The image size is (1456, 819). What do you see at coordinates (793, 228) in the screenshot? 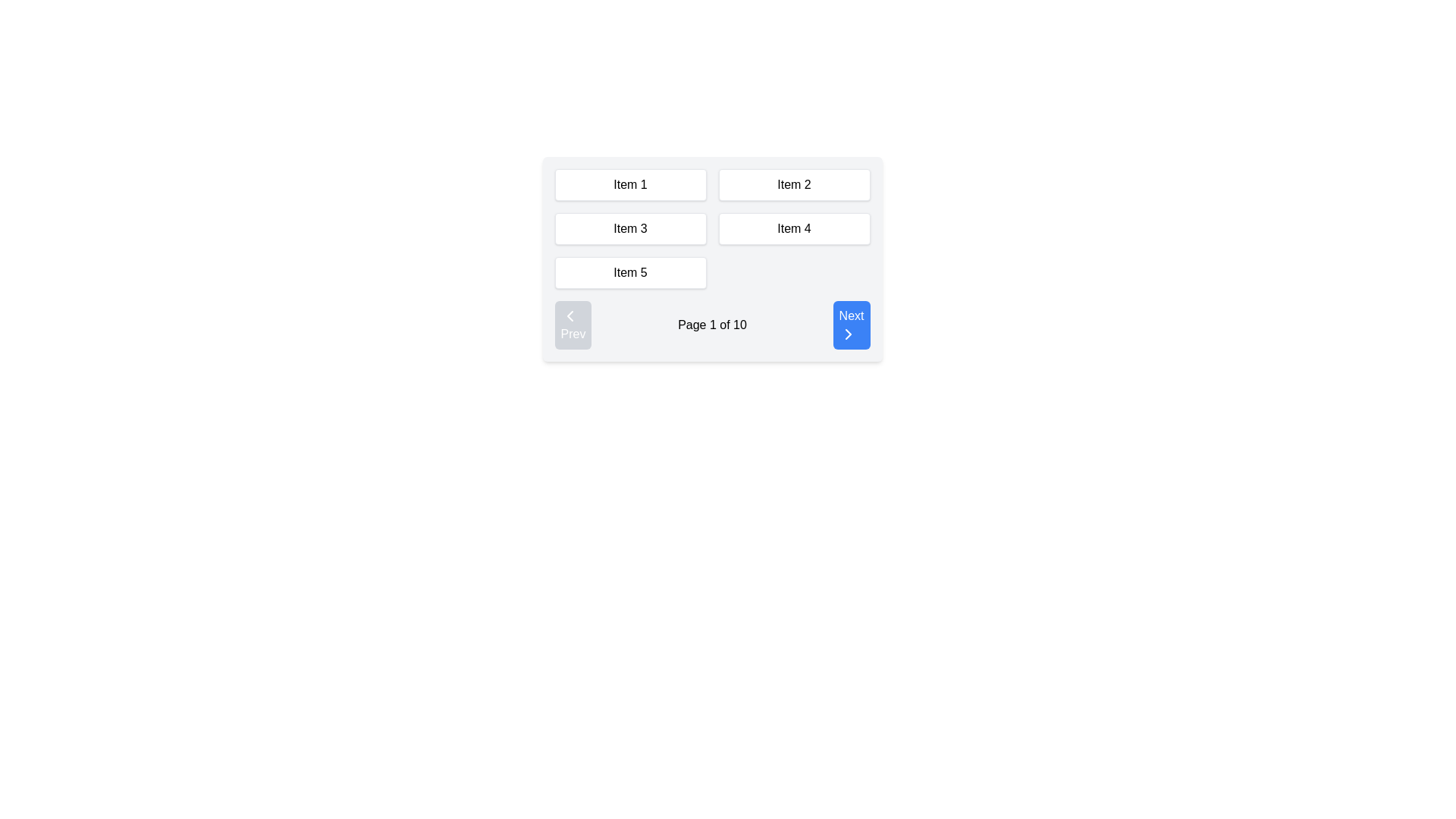
I see `the button labeled 'Item 4'` at bounding box center [793, 228].